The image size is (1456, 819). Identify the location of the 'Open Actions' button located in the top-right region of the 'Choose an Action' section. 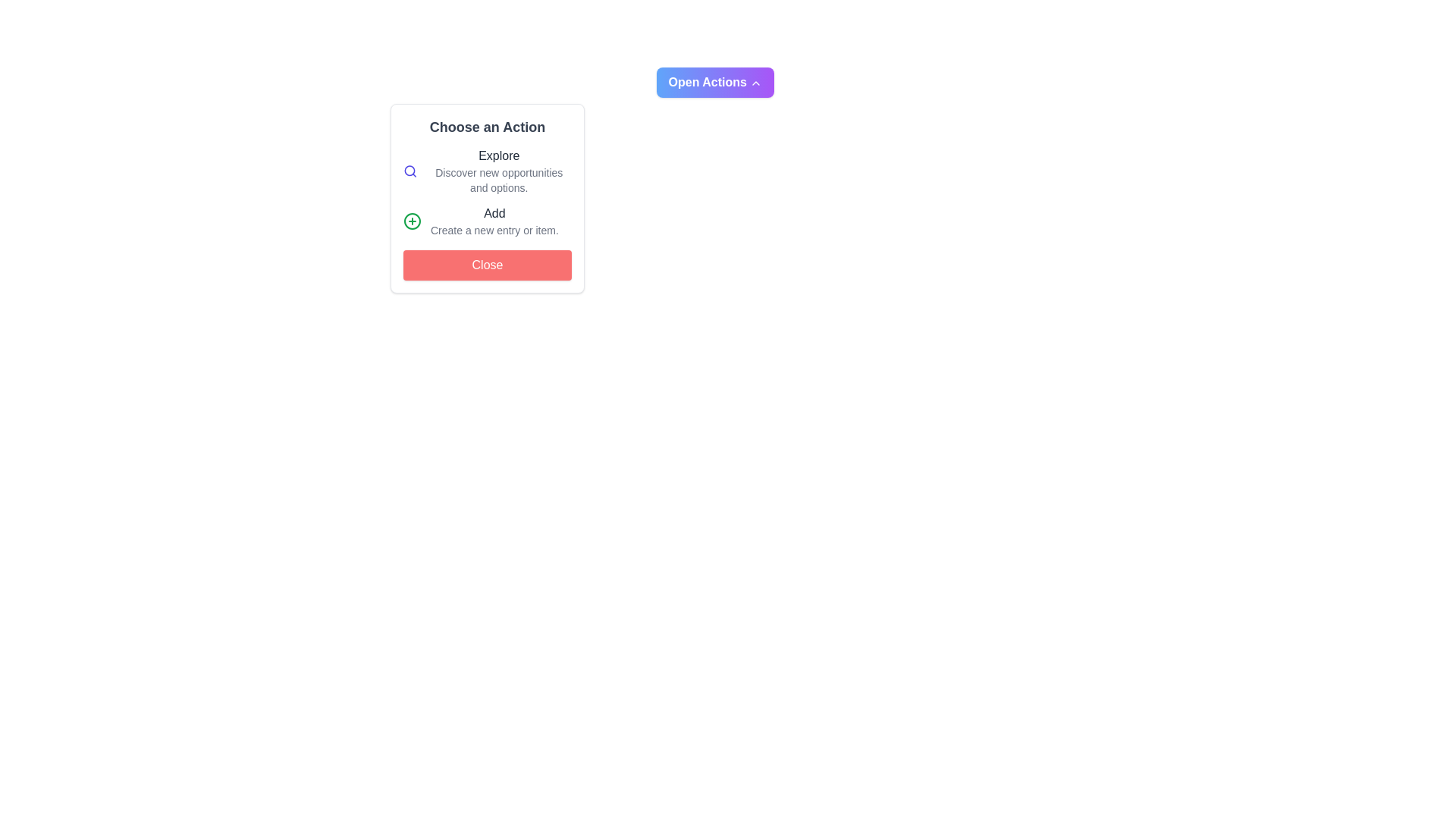
(714, 82).